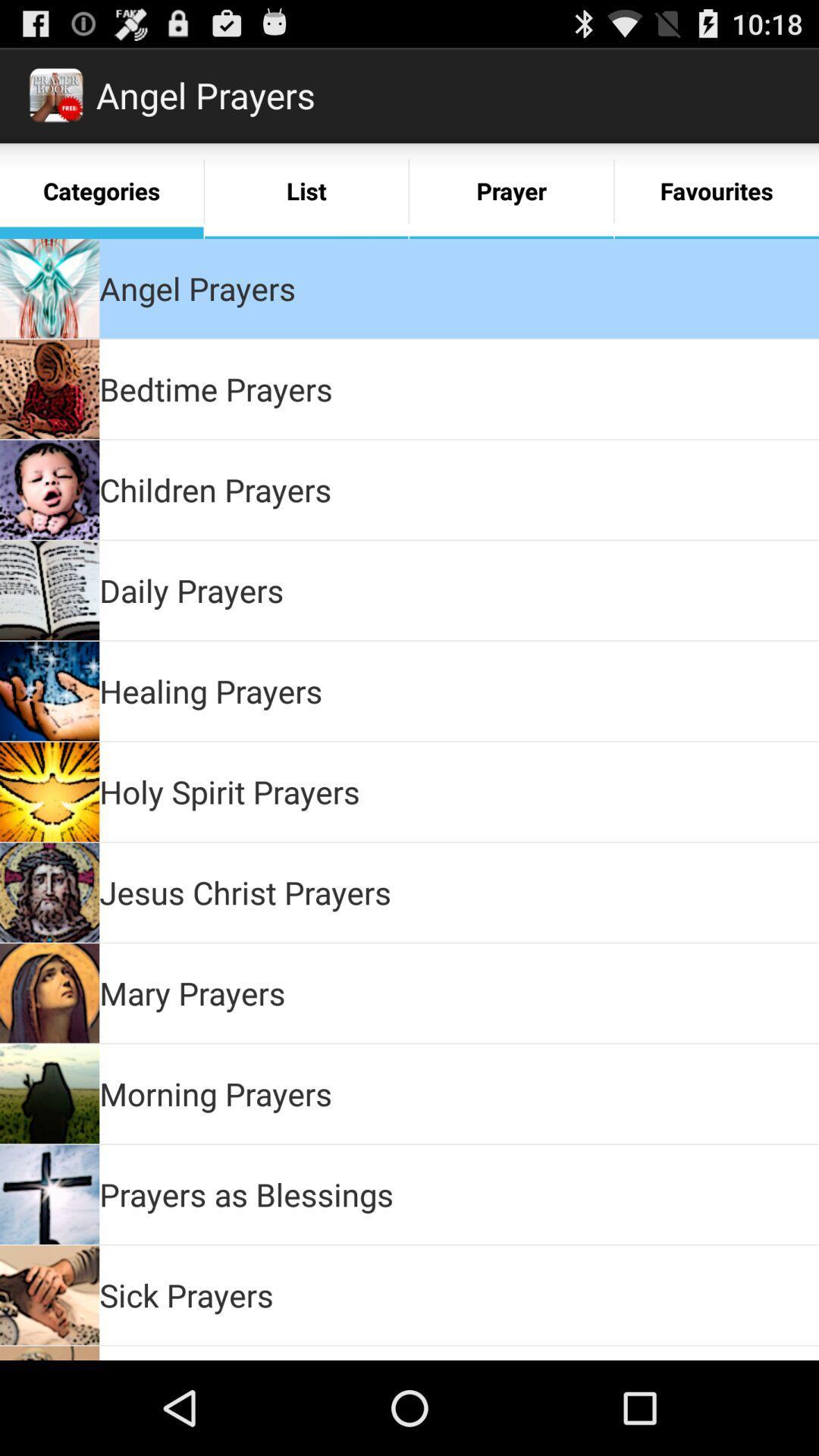 Image resolution: width=819 pixels, height=1456 pixels. Describe the element at coordinates (216, 389) in the screenshot. I see `bedtime prayers app` at that location.